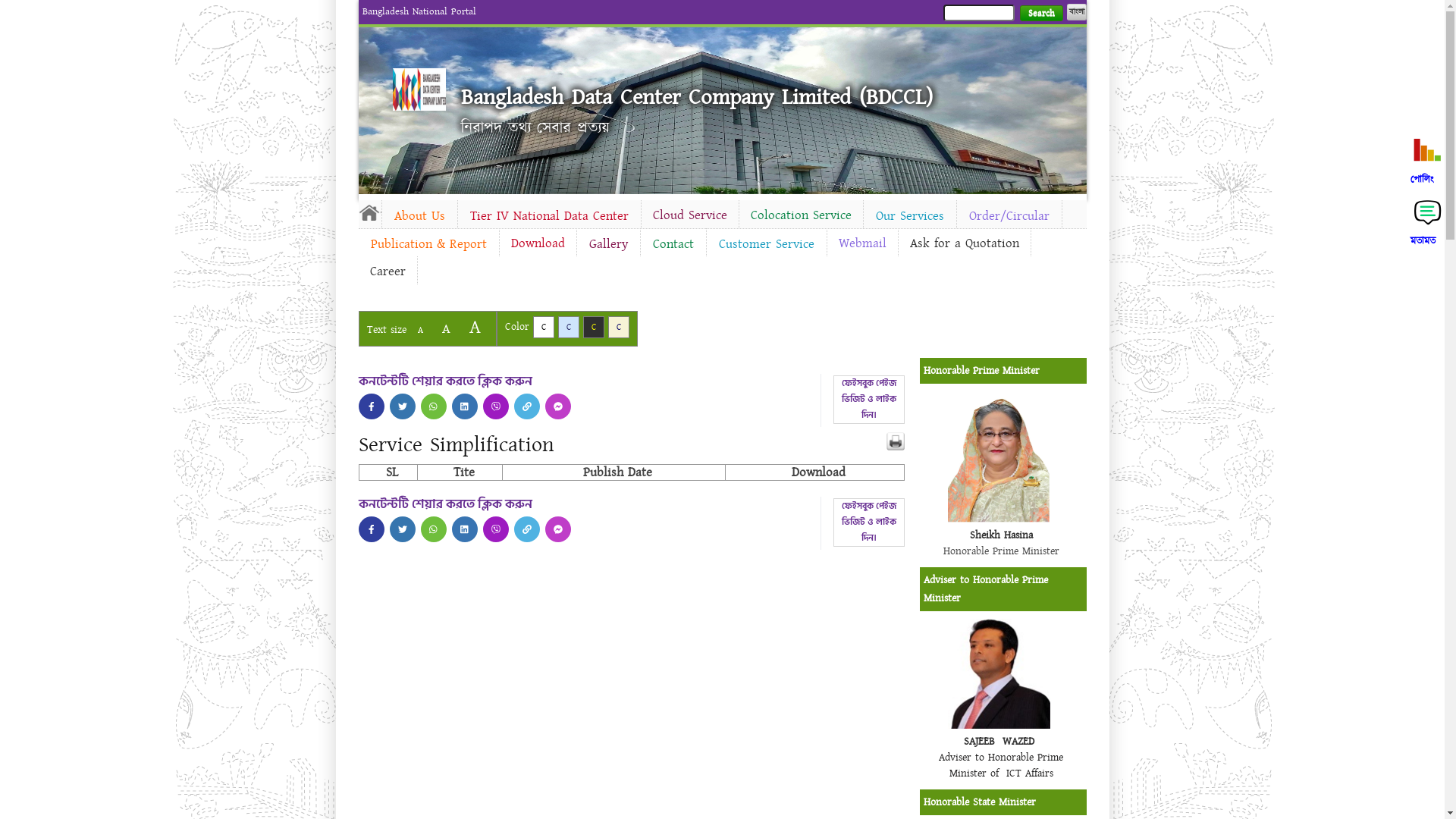 The width and height of the screenshot is (1456, 819). I want to click on 'Ask for a Quotation', so click(963, 242).